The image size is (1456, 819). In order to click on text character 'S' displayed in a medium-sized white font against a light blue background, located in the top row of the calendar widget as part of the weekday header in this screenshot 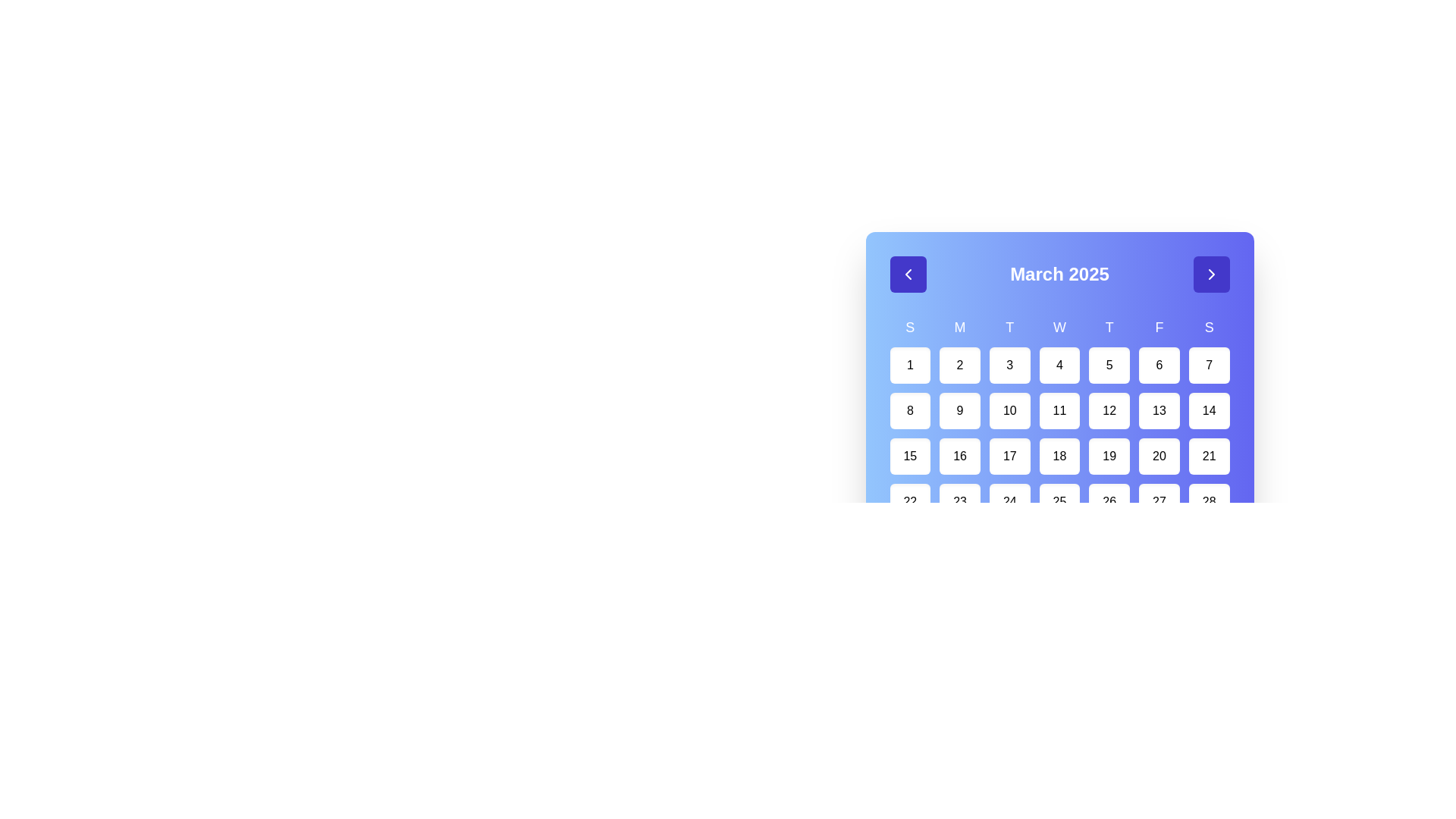, I will do `click(910, 327)`.